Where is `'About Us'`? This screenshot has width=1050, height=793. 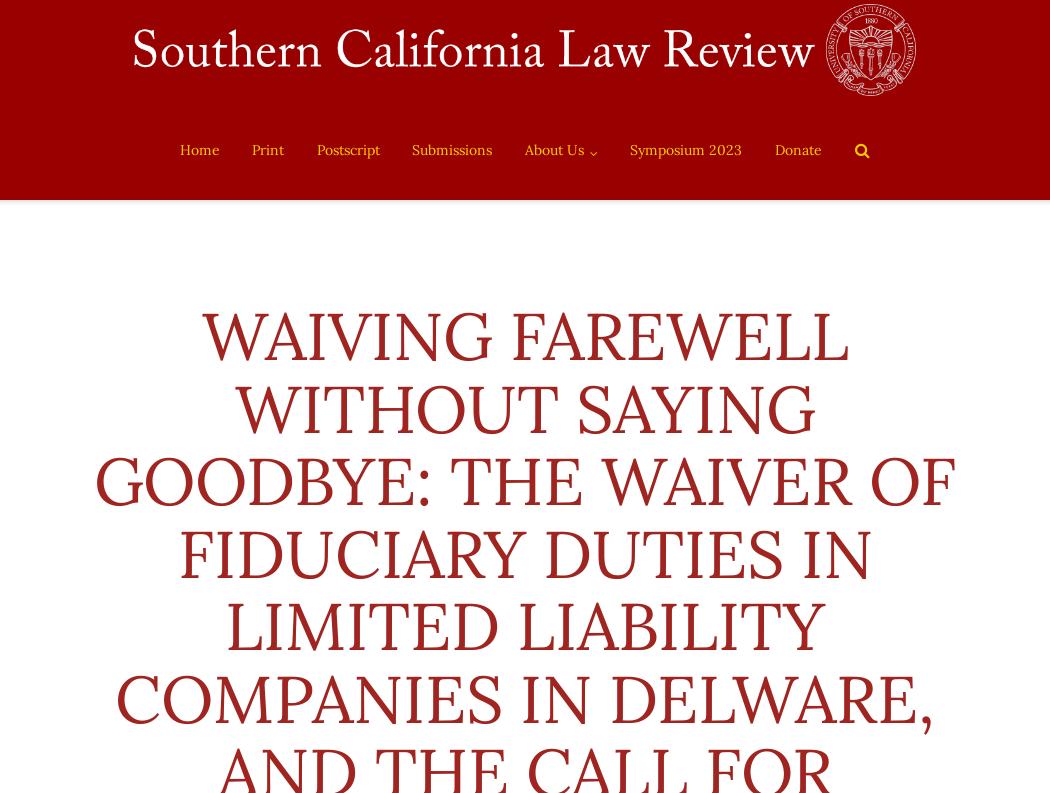
'About Us' is located at coordinates (522, 150).